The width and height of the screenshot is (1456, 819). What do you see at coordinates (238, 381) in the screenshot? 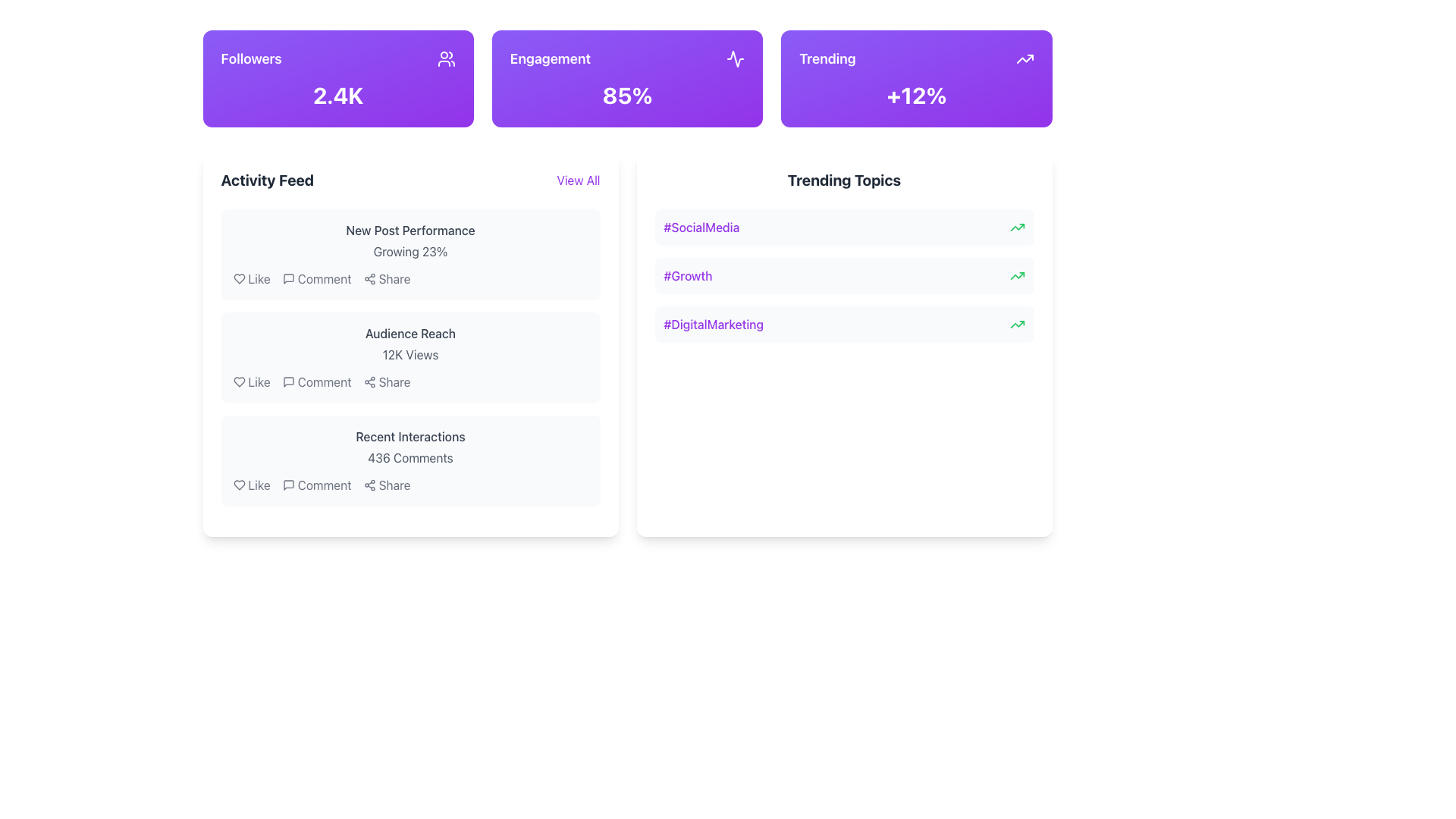
I see `the heart-shaped icon next to the 'Like' text in the activity feed under the 'Audience Reach' section` at bounding box center [238, 381].